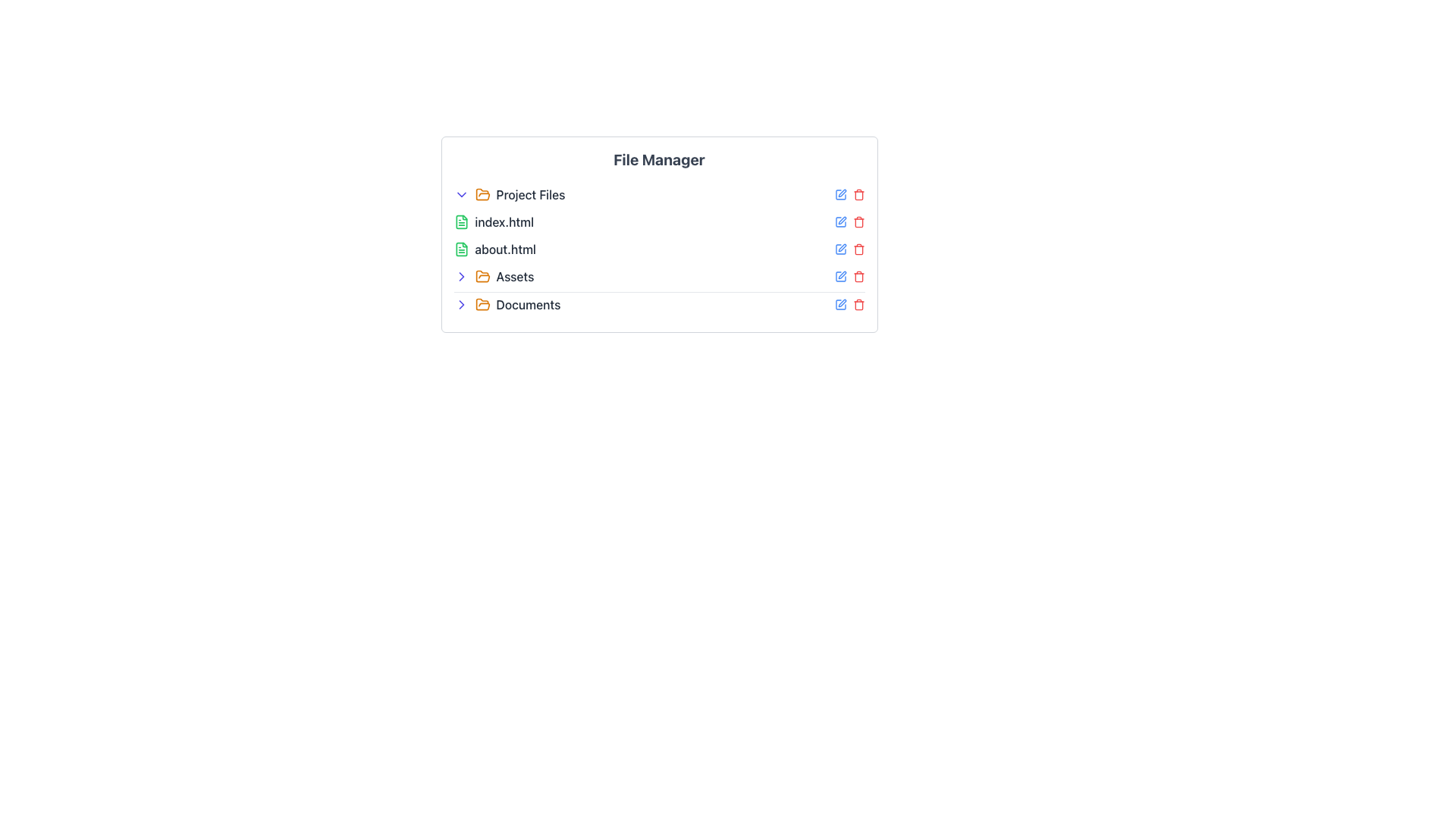 Image resolution: width=1456 pixels, height=819 pixels. Describe the element at coordinates (839, 277) in the screenshot. I see `the blue-colored pen icon at the end of the row corresponding to the 'Assets' item in the table to initiate the editing functionality` at that location.